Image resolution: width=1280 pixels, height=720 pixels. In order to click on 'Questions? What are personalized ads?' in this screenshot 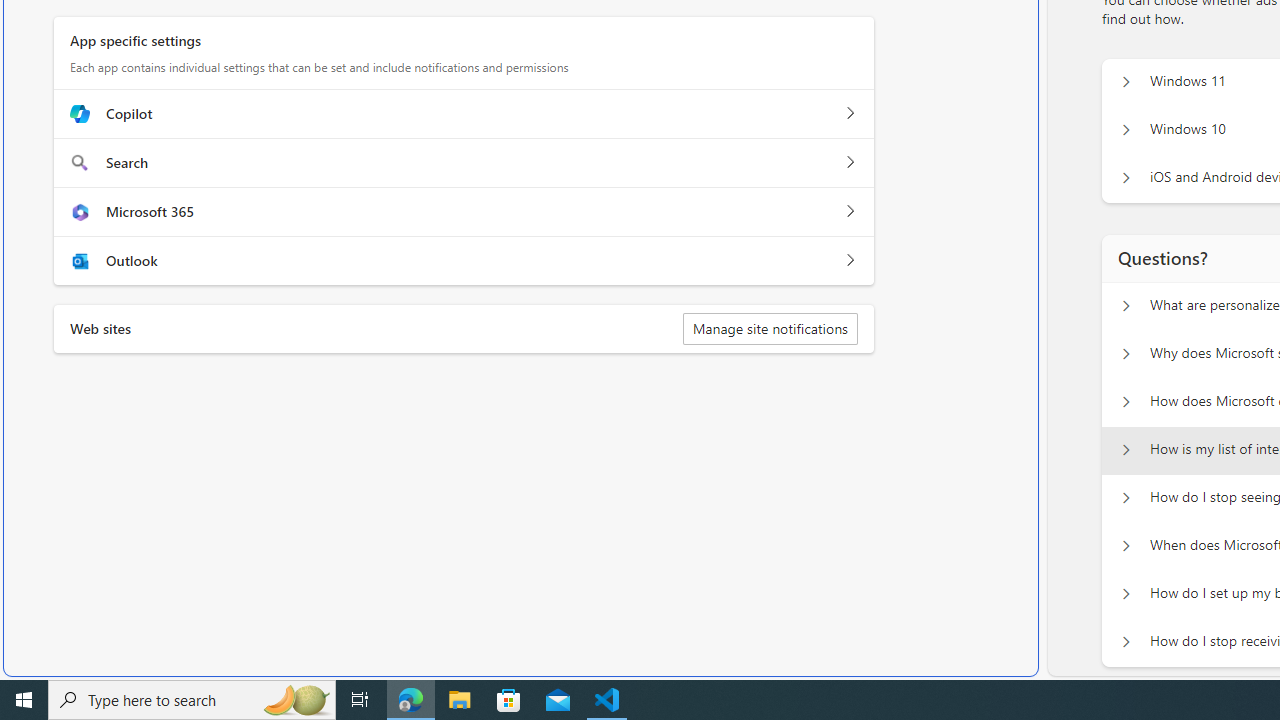, I will do `click(1125, 306)`.